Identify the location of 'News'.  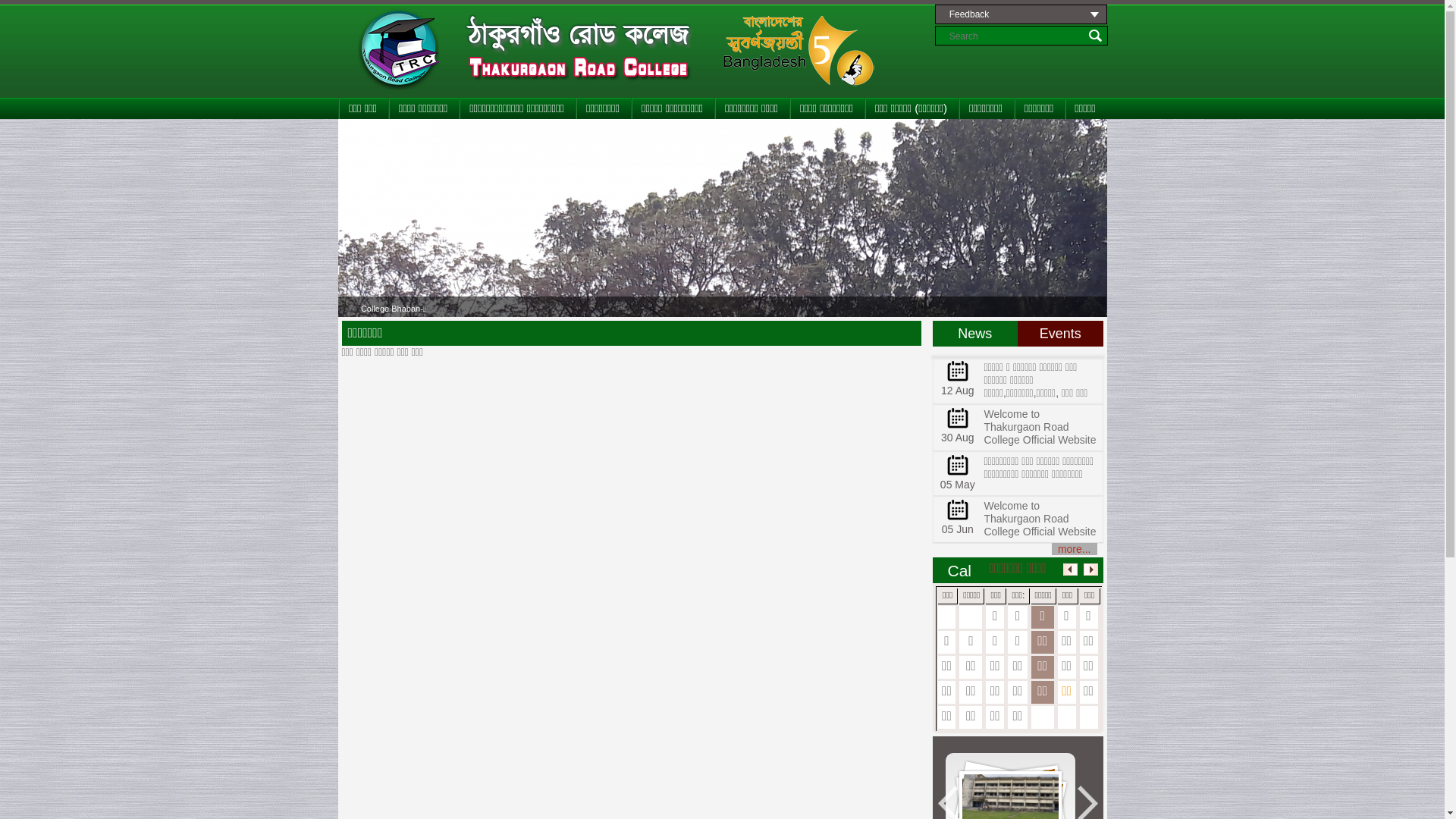
(975, 332).